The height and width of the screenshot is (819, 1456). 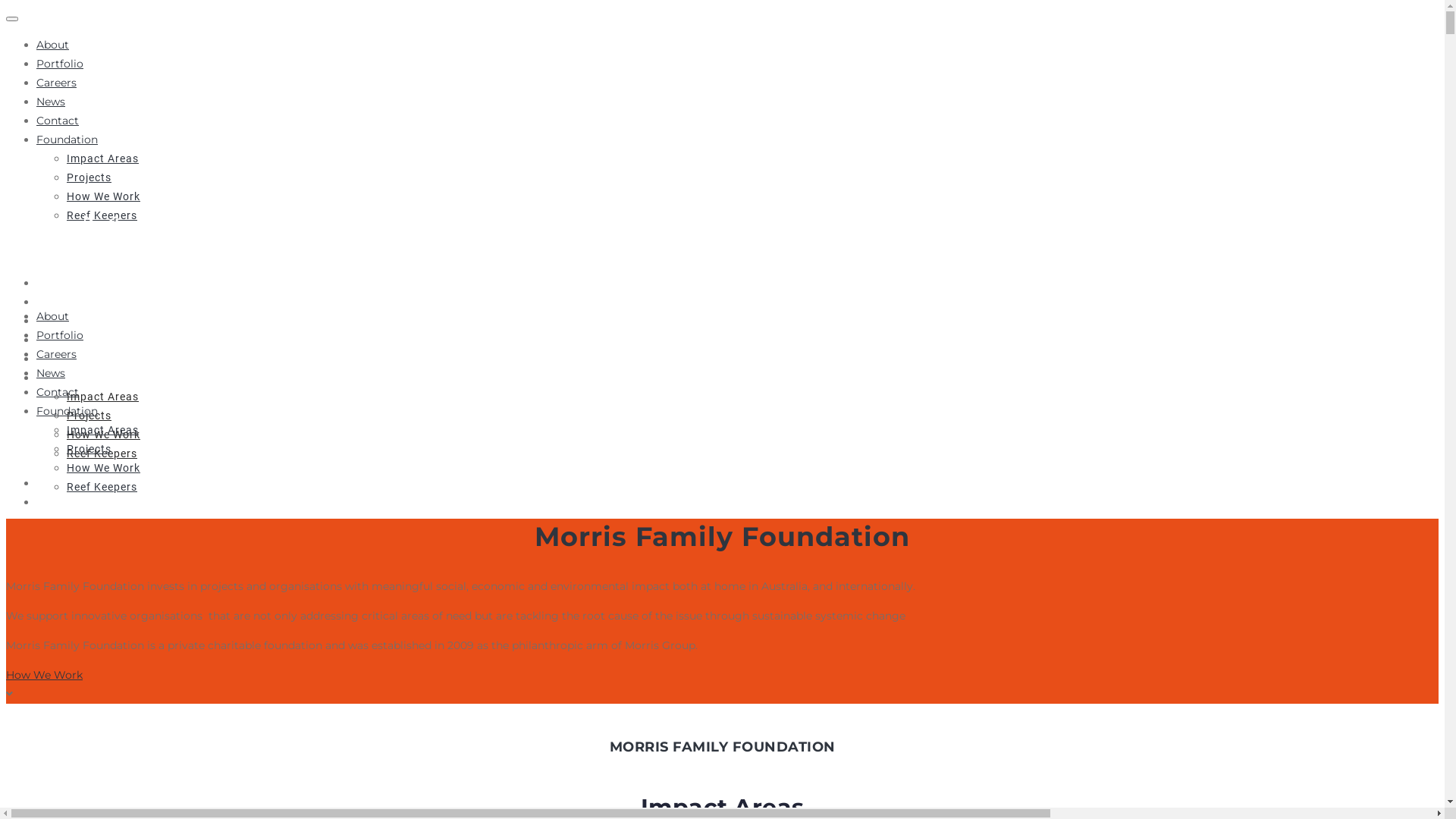 I want to click on 'News', so click(x=36, y=338).